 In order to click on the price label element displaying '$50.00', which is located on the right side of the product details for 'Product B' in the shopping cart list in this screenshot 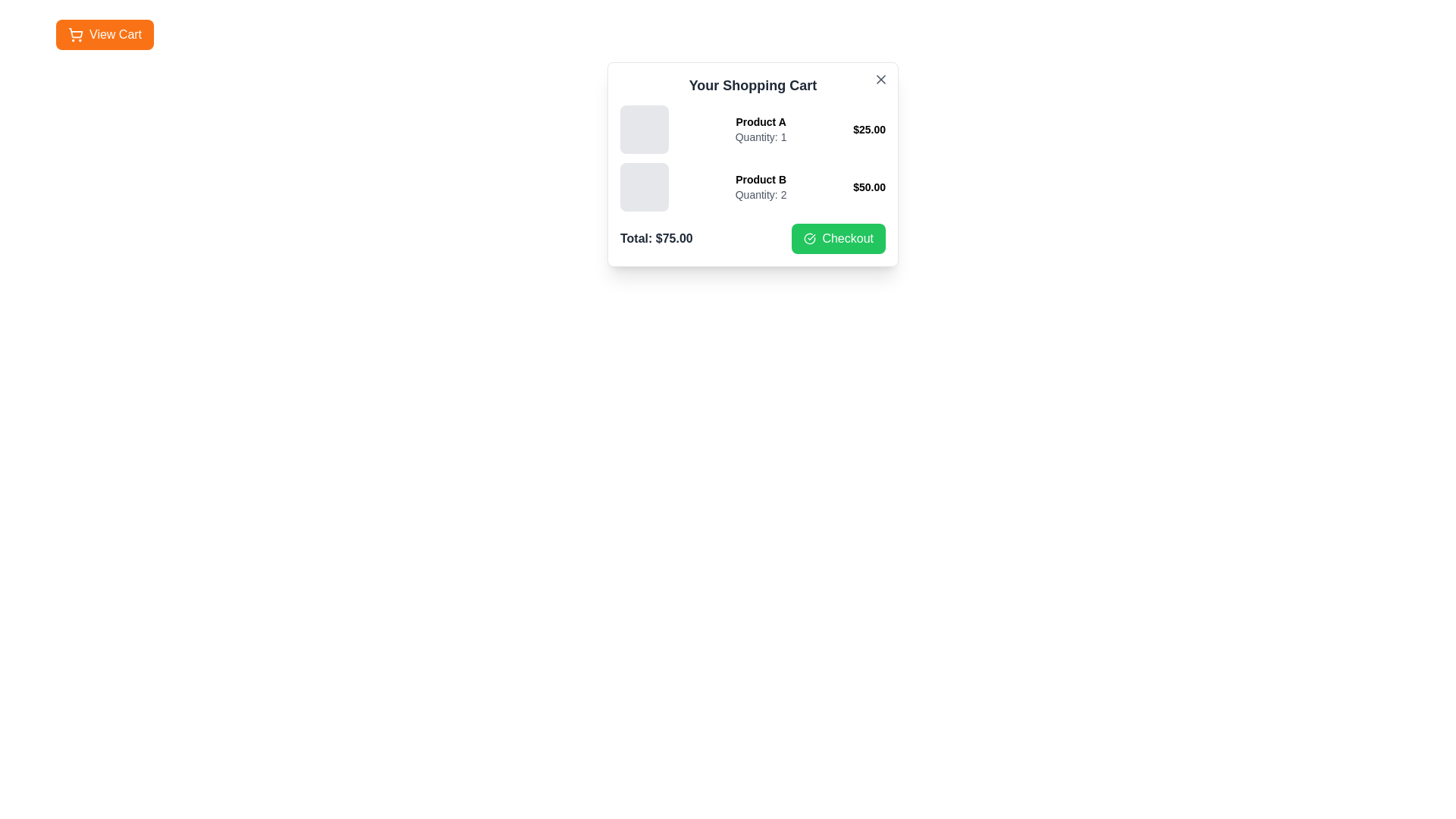, I will do `click(869, 186)`.